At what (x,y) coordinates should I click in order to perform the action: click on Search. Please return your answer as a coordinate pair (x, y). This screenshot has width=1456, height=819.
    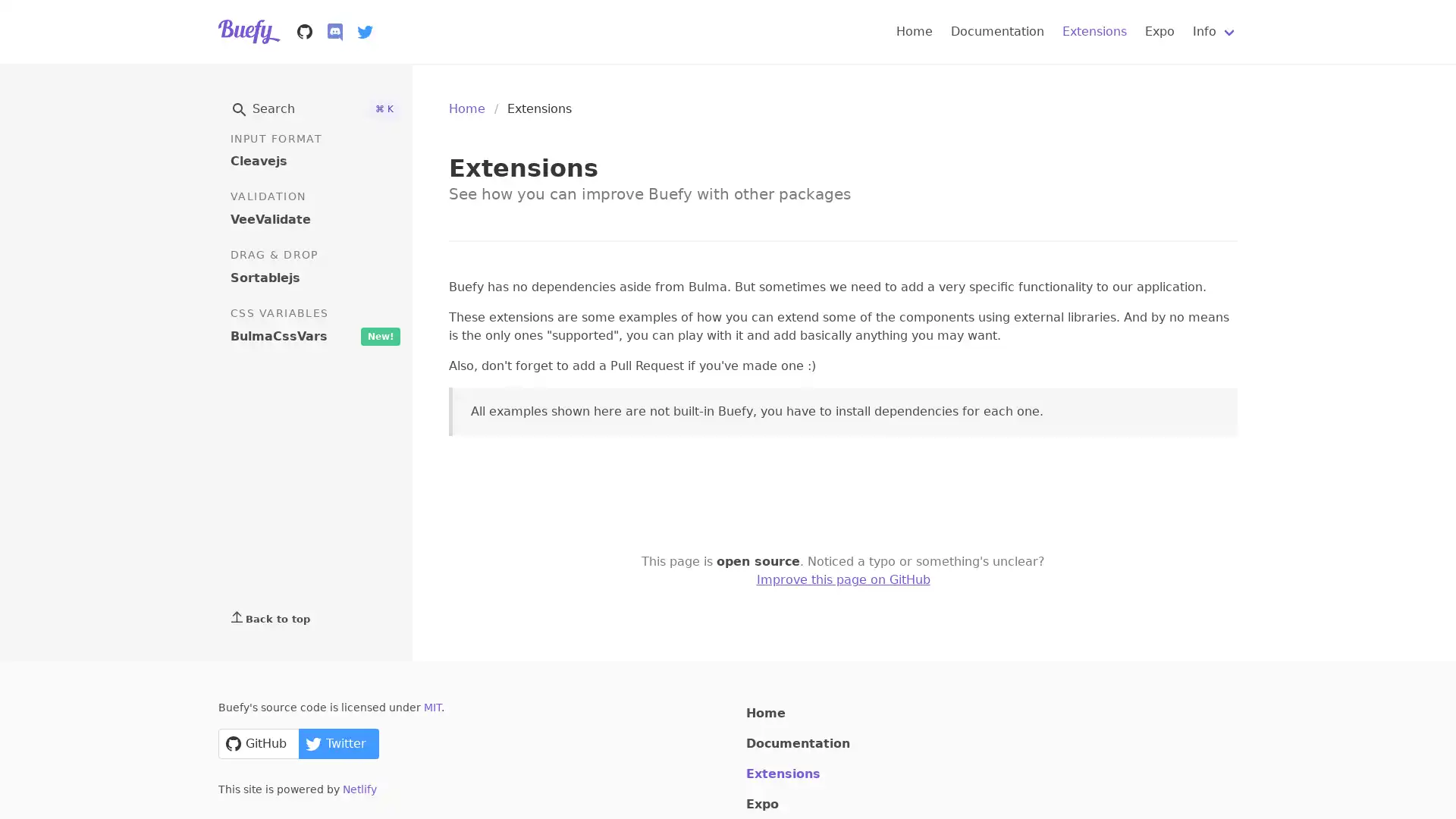
    Looking at the image, I should click on (315, 108).